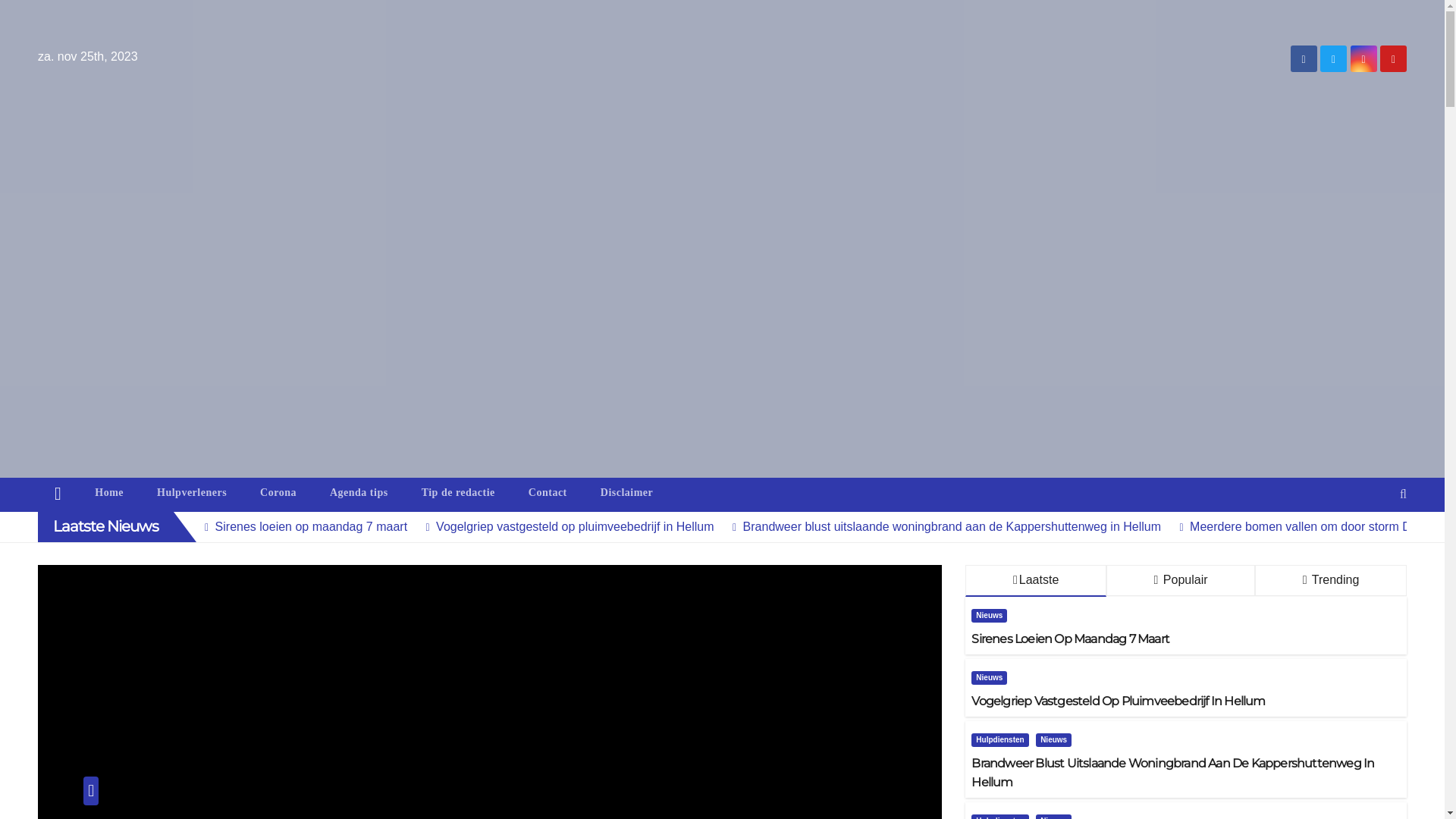 The image size is (1456, 819). What do you see at coordinates (563, 526) in the screenshot?
I see `'Vogelgriep vastgesteld op pluimveebedrijf in Hellum'` at bounding box center [563, 526].